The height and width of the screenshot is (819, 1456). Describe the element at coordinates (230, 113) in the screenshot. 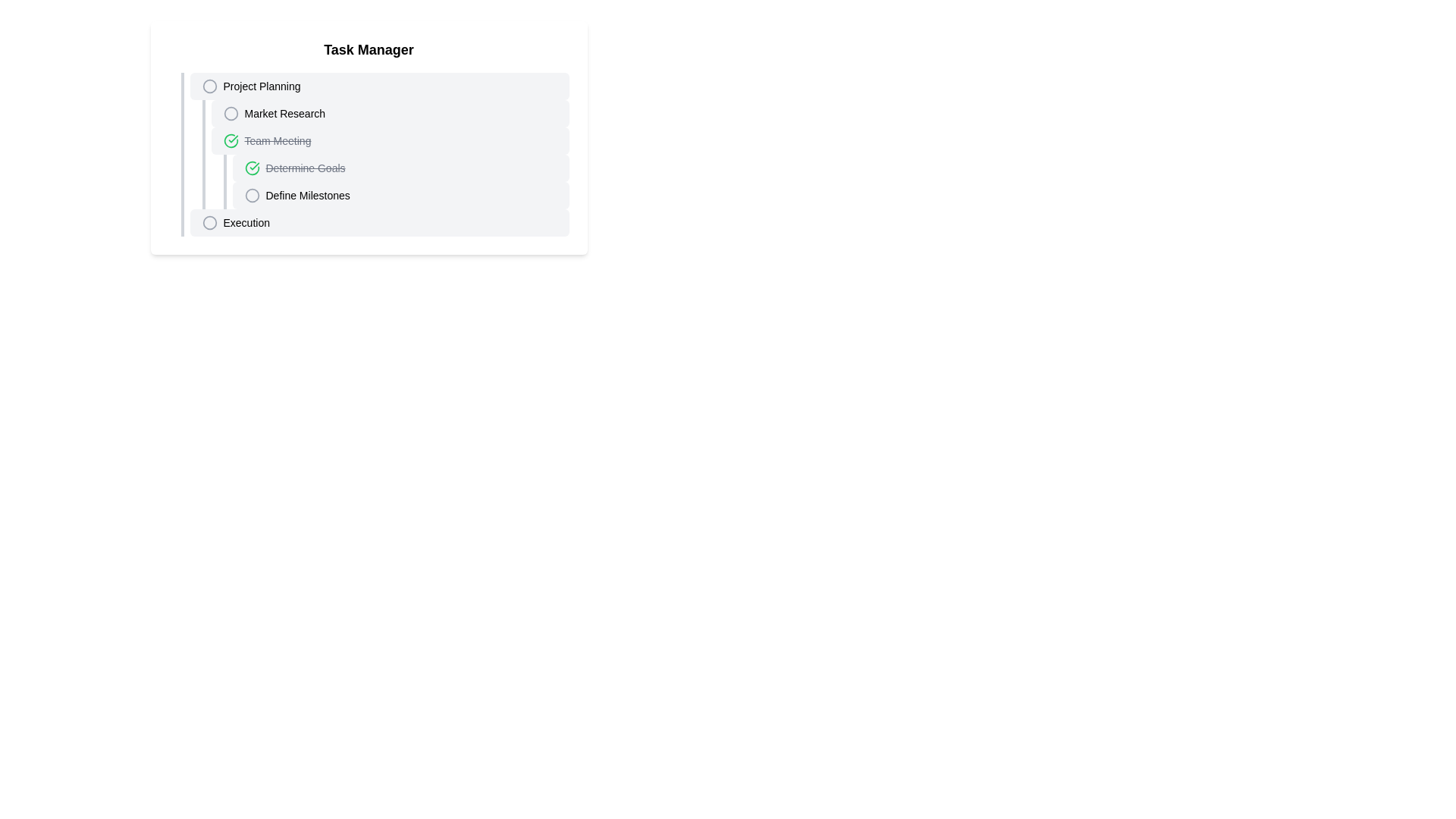

I see `the icon or status indicator located to the left of the text 'Market Research' in the 'Task Manager' interface` at that location.